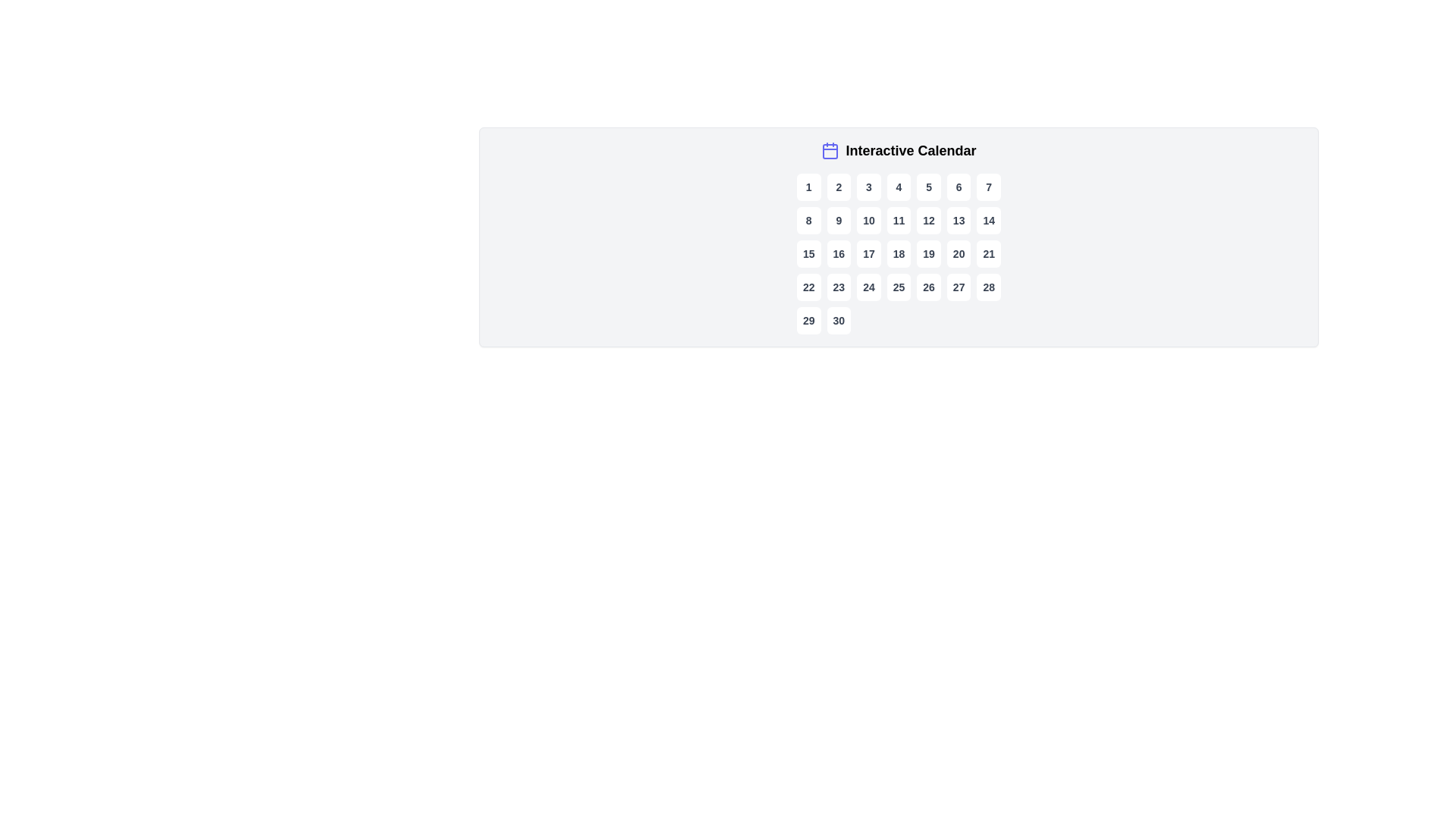 Image resolution: width=1456 pixels, height=819 pixels. I want to click on the square button displaying the number '14' in the center, which has a white background and rounded corners, located in the second row and seventh column of the calendar grid, so click(989, 220).